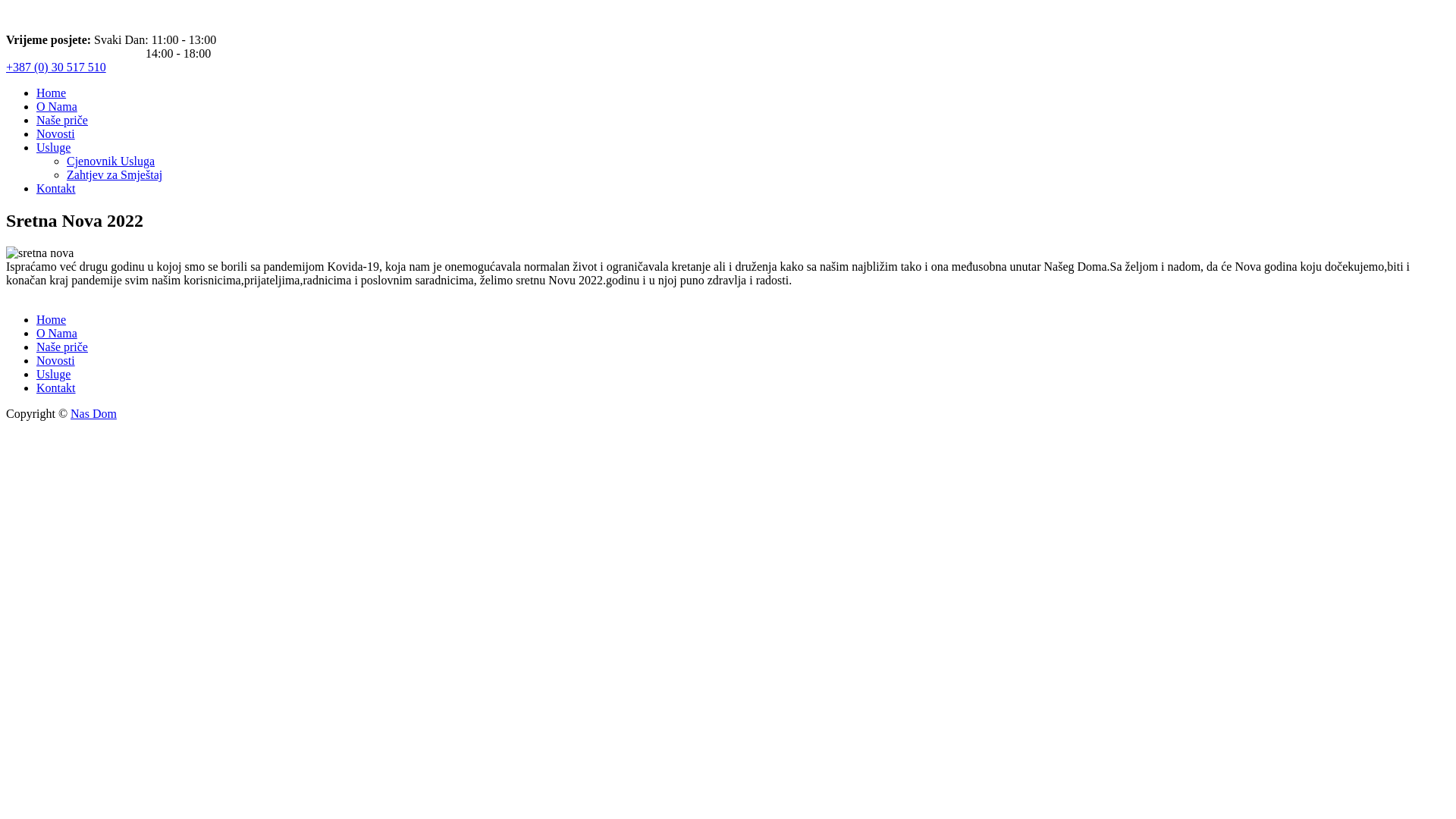 The image size is (1456, 819). What do you see at coordinates (55, 66) in the screenshot?
I see `'+387 (0) 30 517 510'` at bounding box center [55, 66].